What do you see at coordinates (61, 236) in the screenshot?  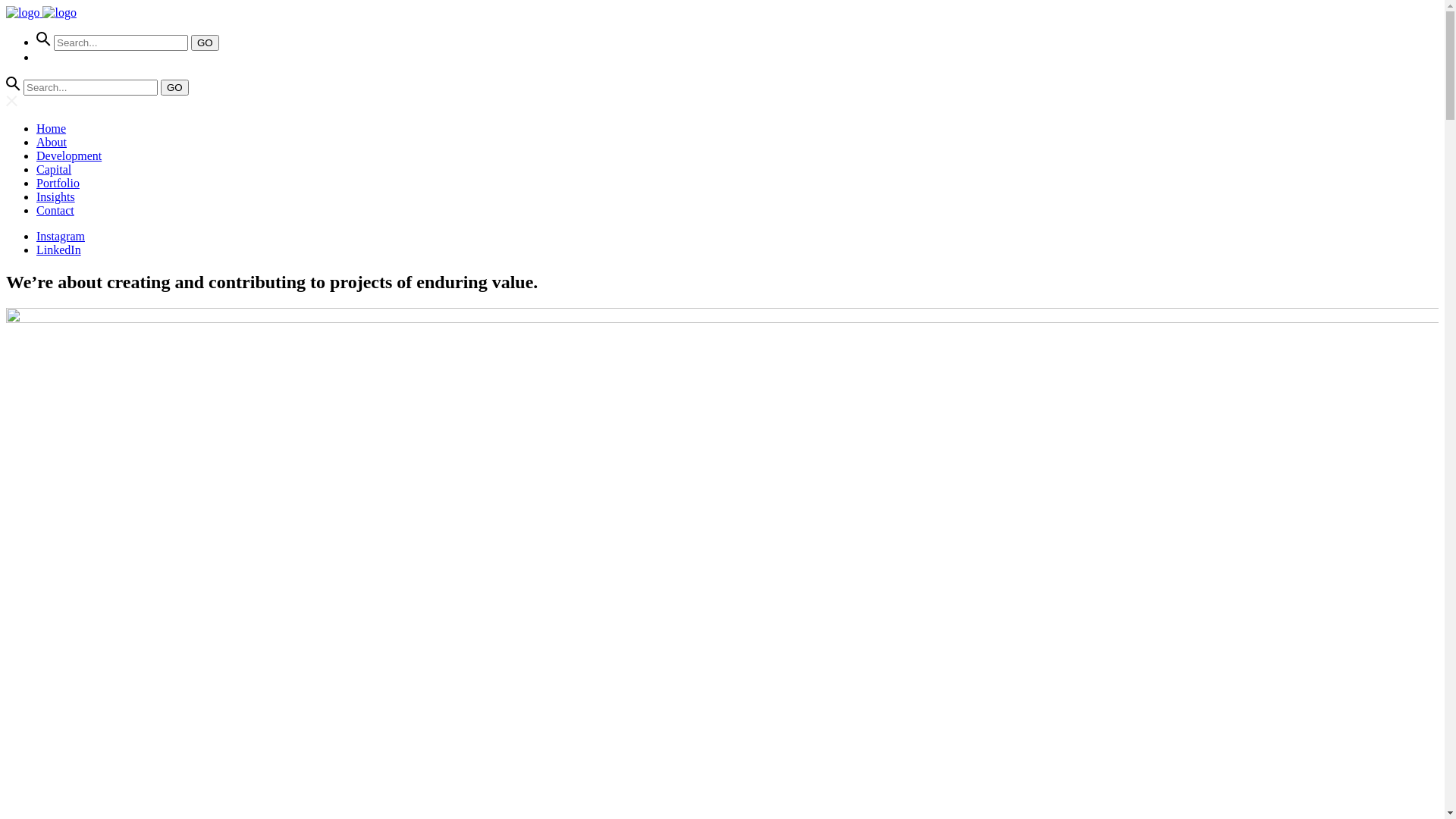 I see `'Instagram'` at bounding box center [61, 236].